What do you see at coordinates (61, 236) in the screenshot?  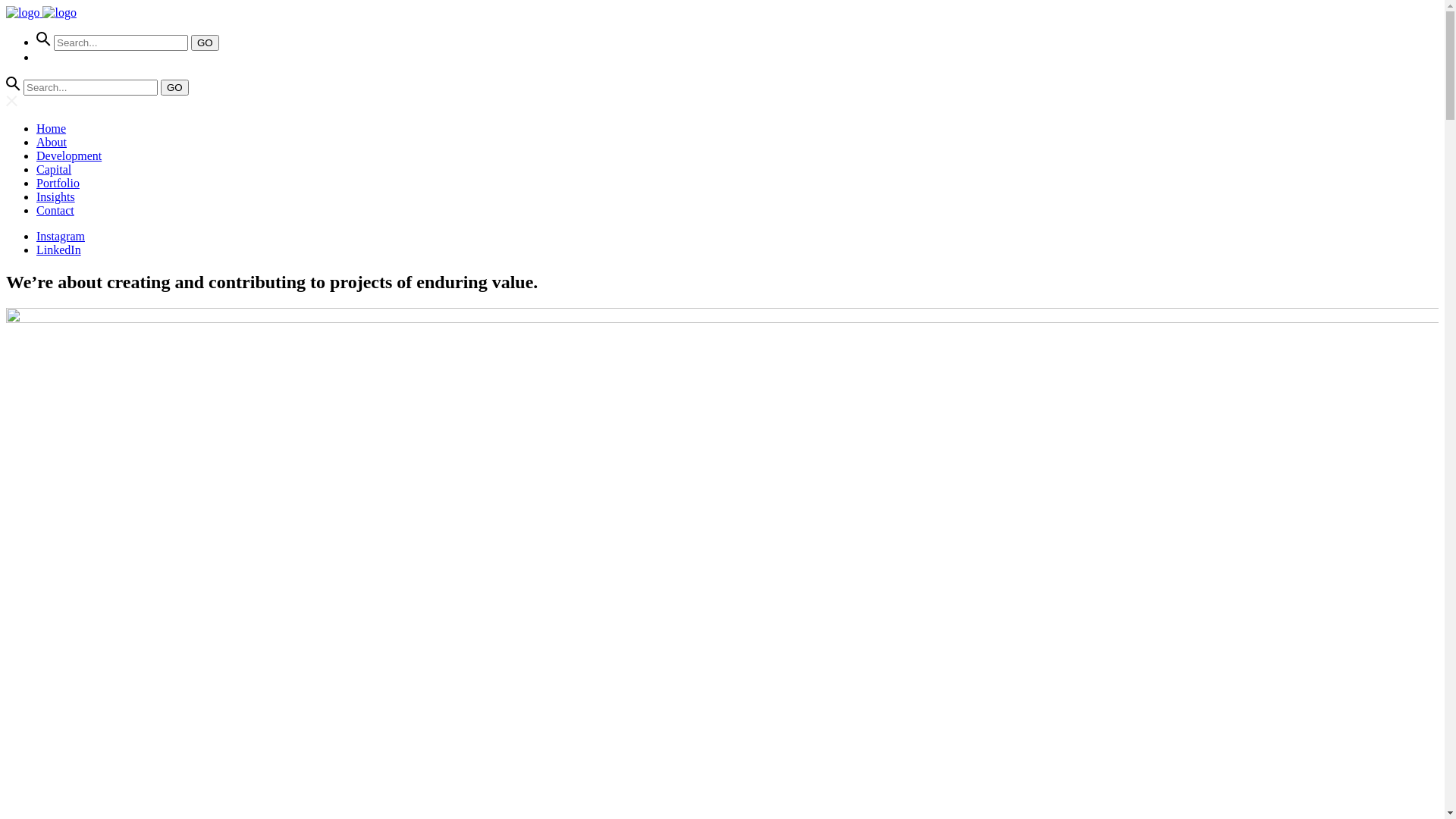 I see `'Instagram'` at bounding box center [61, 236].